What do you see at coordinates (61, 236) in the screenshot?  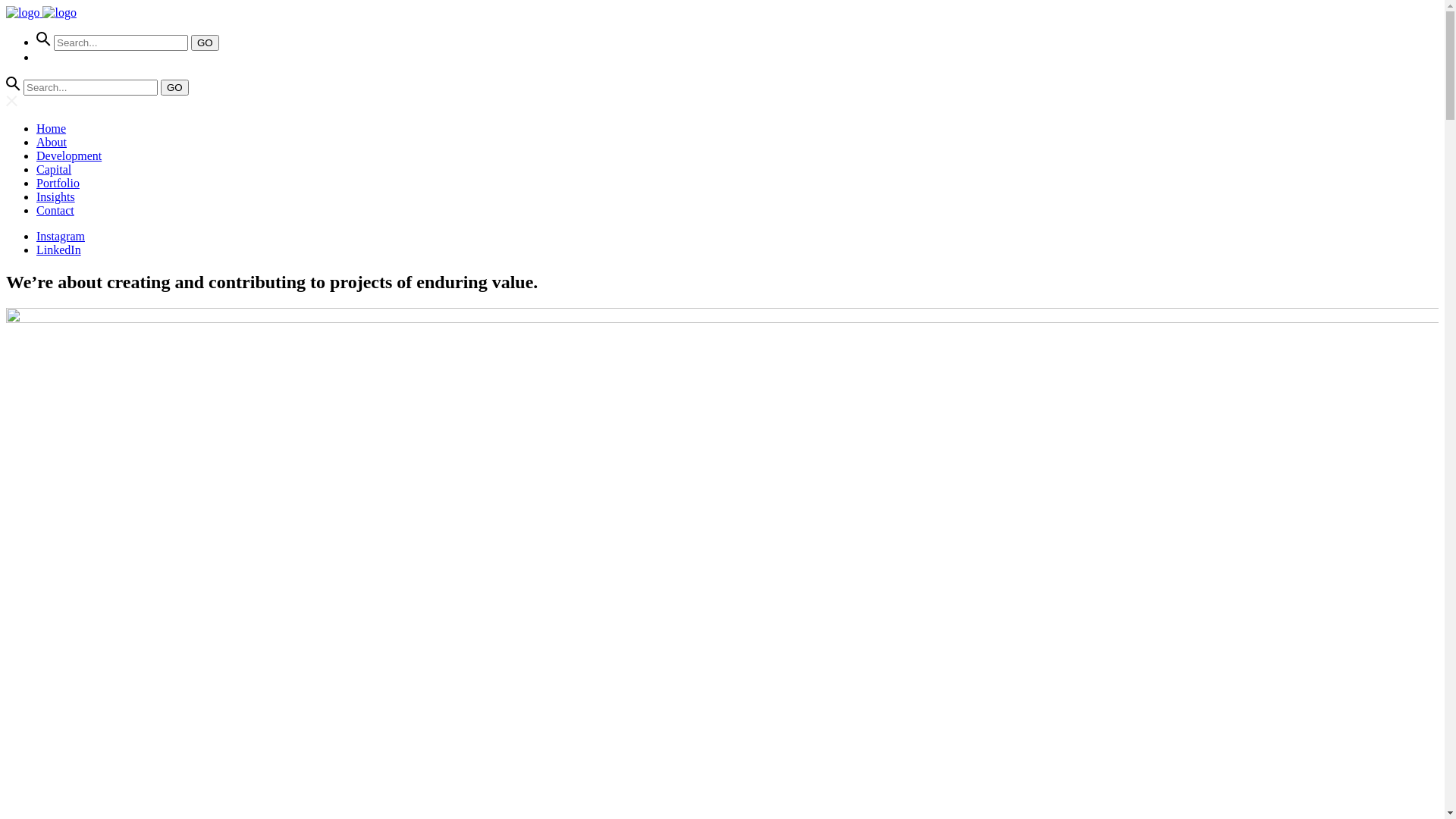 I see `'Instagram'` at bounding box center [61, 236].